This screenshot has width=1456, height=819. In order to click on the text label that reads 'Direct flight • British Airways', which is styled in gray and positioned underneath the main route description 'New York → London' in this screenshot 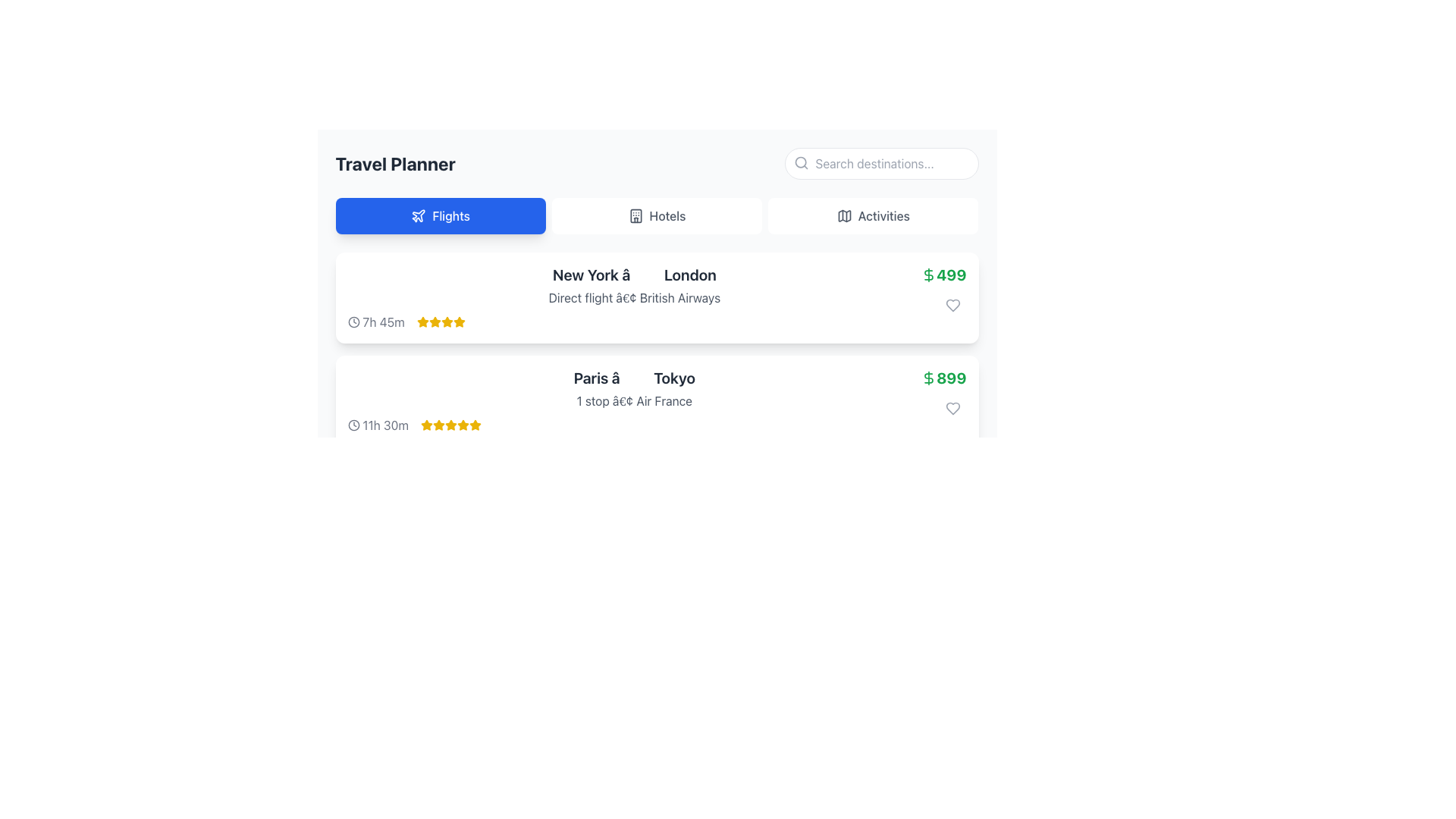, I will do `click(634, 298)`.